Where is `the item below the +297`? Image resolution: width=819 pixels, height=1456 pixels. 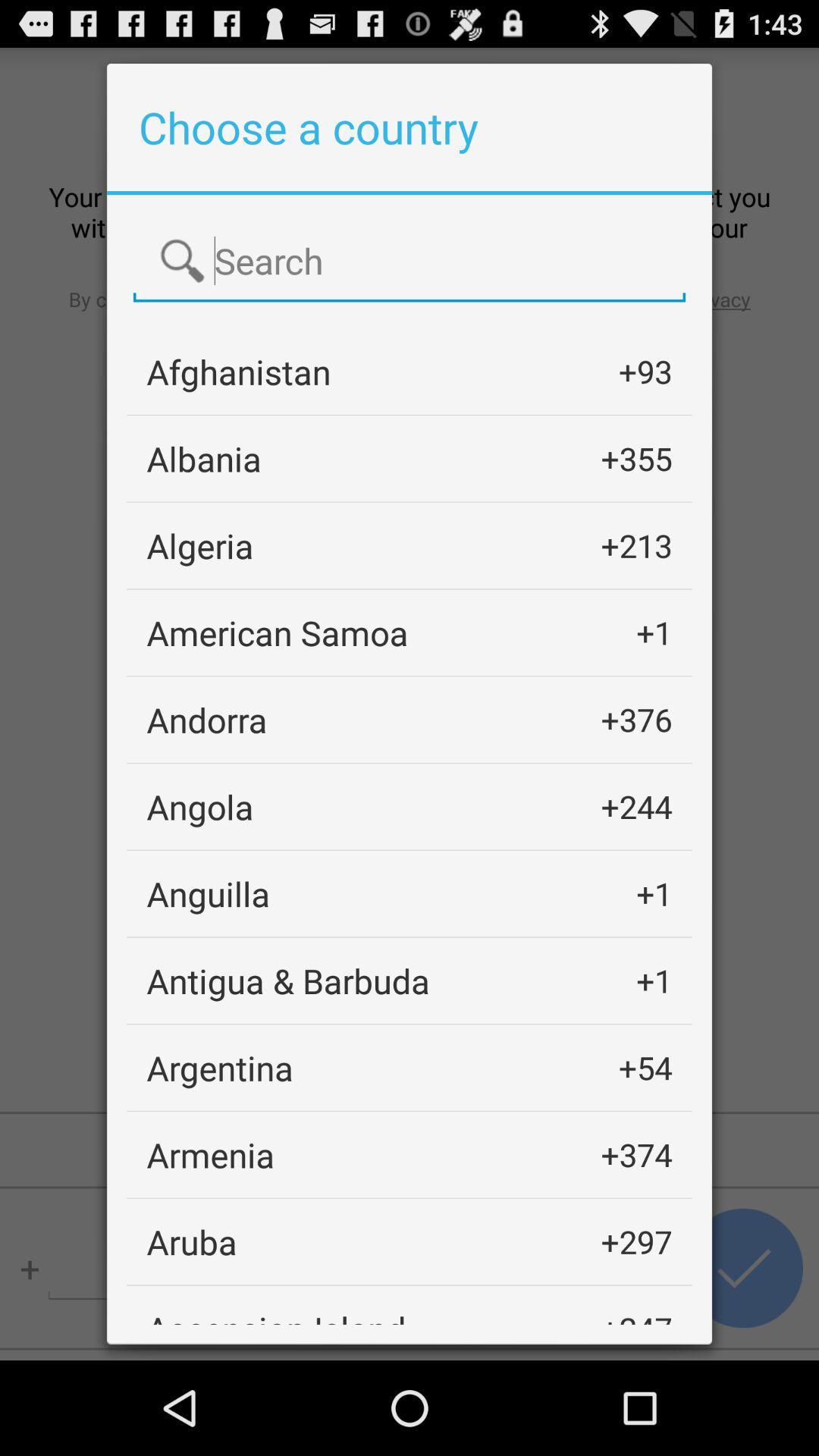 the item below the +297 is located at coordinates (636, 1314).